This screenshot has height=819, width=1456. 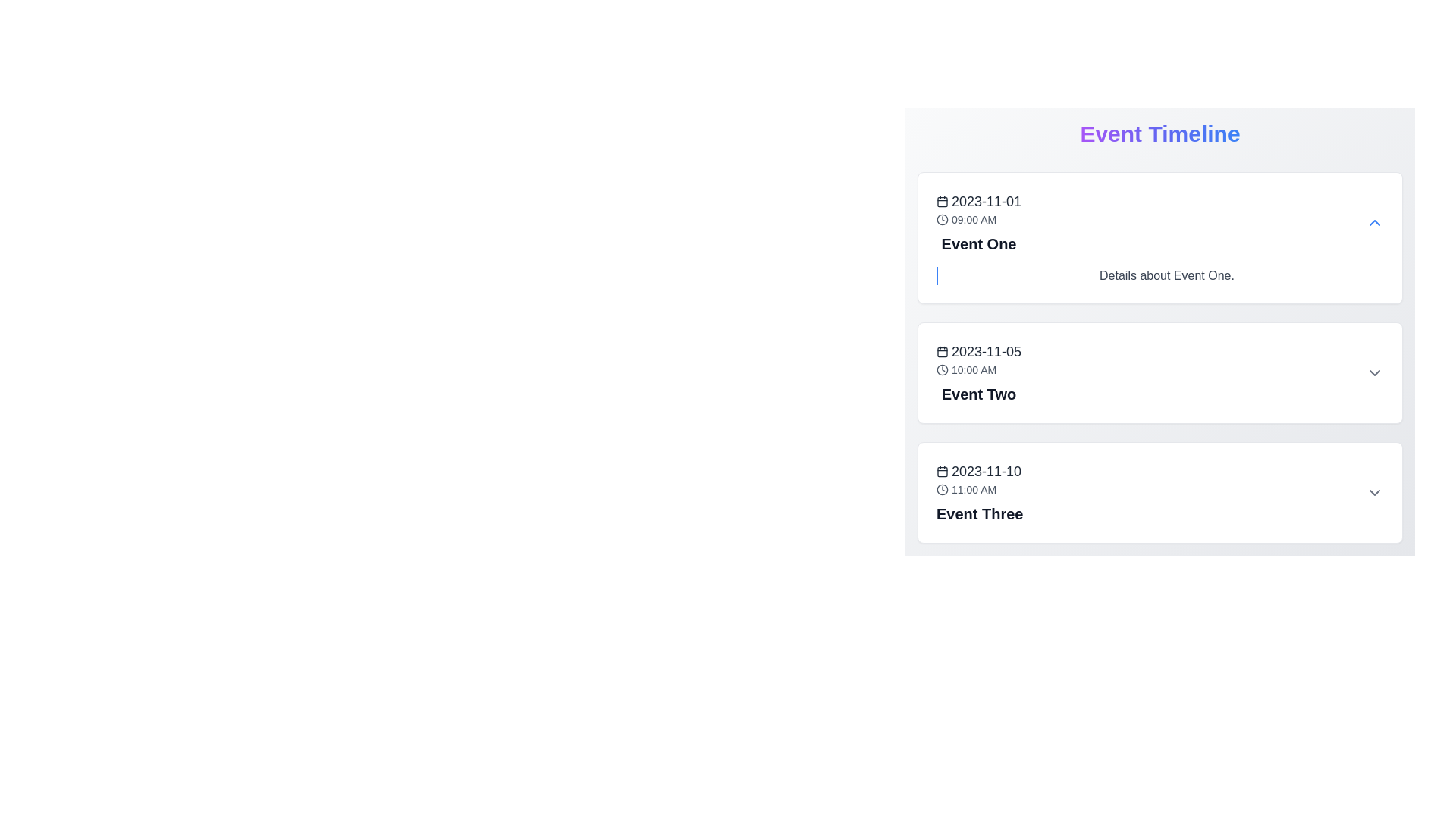 What do you see at coordinates (1166, 275) in the screenshot?
I see `the text block displaying 'Details about Event One' which is styled in gray and located under the title 'Event One' in the 'Event Timeline' section` at bounding box center [1166, 275].